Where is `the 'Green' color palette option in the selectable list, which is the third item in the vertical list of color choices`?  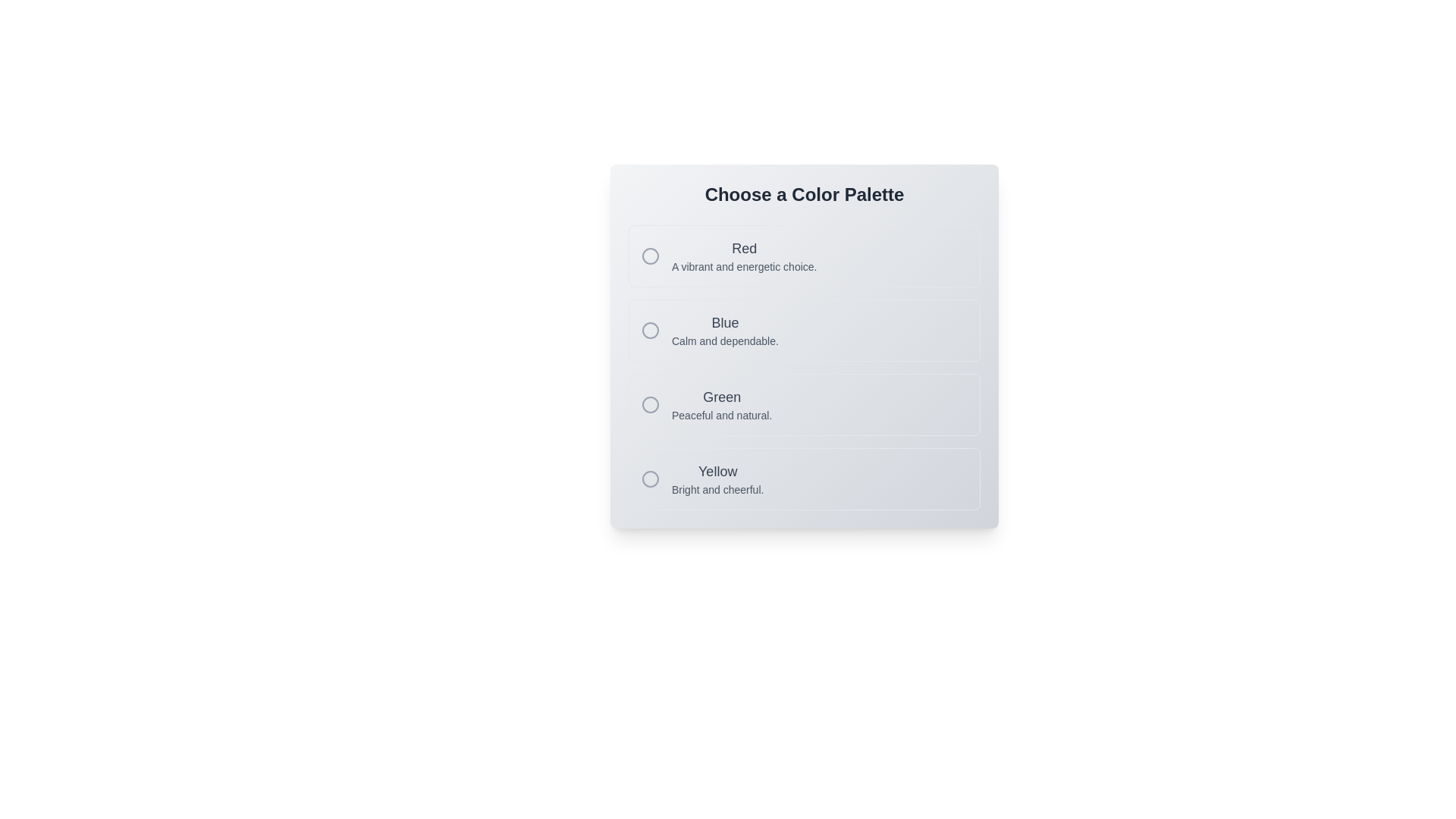
the 'Green' color palette option in the selectable list, which is the third item in the vertical list of color choices is located at coordinates (803, 403).